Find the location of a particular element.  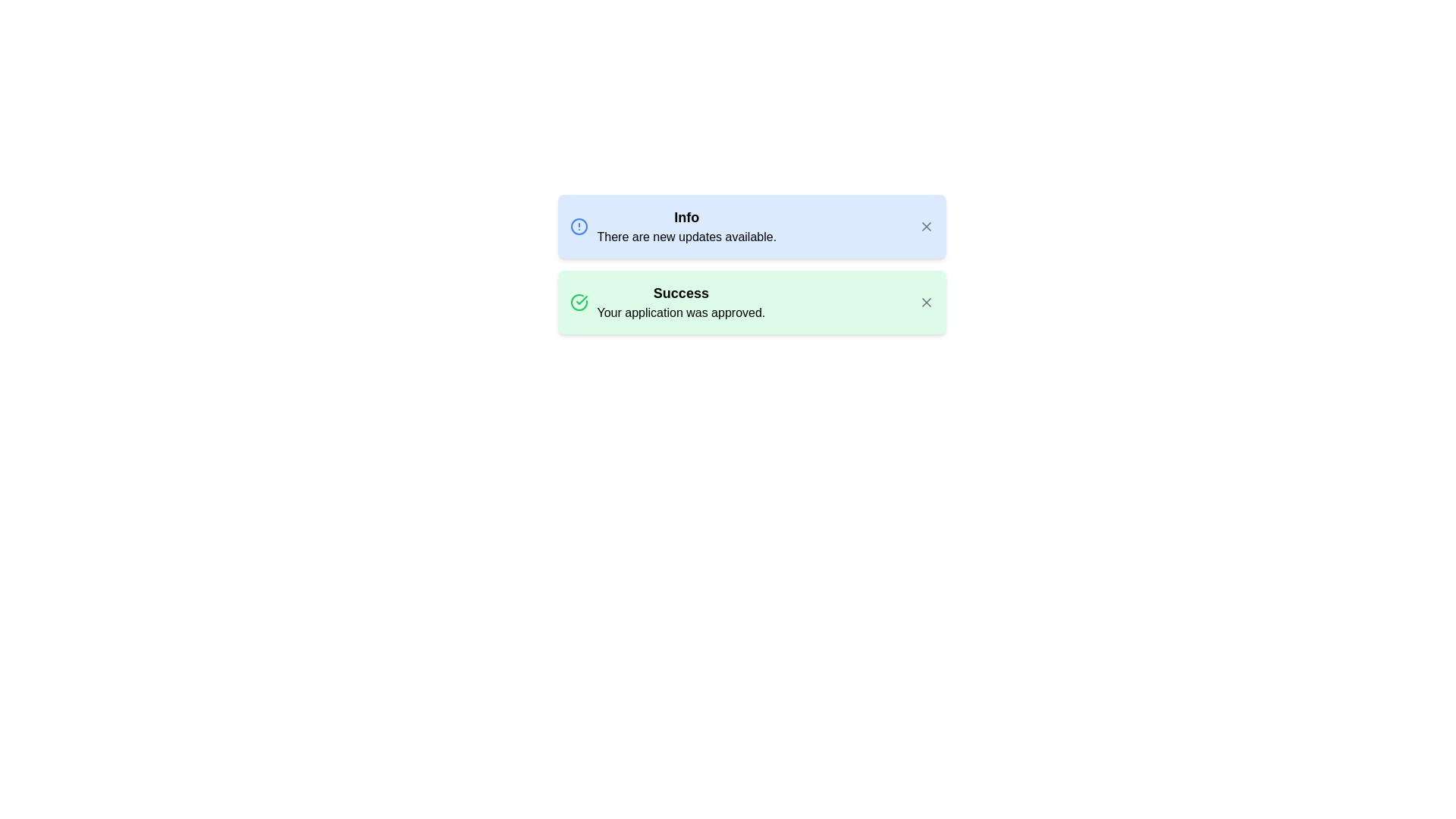

notification text 'There are new updates available.' displayed in the blue notification box below the 'Info' title is located at coordinates (686, 237).